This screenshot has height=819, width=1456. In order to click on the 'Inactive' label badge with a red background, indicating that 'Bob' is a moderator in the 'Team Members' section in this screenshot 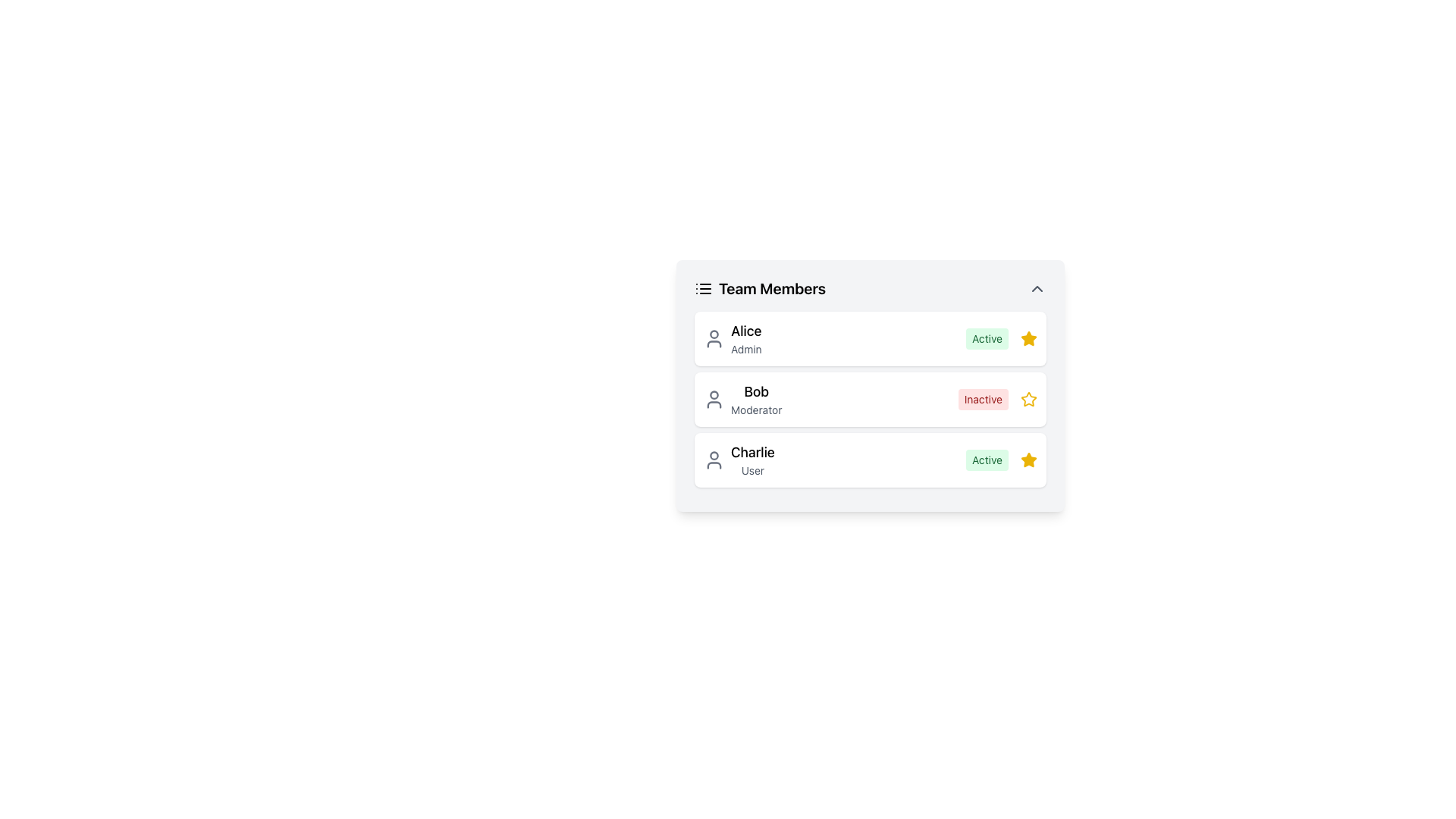, I will do `click(983, 399)`.